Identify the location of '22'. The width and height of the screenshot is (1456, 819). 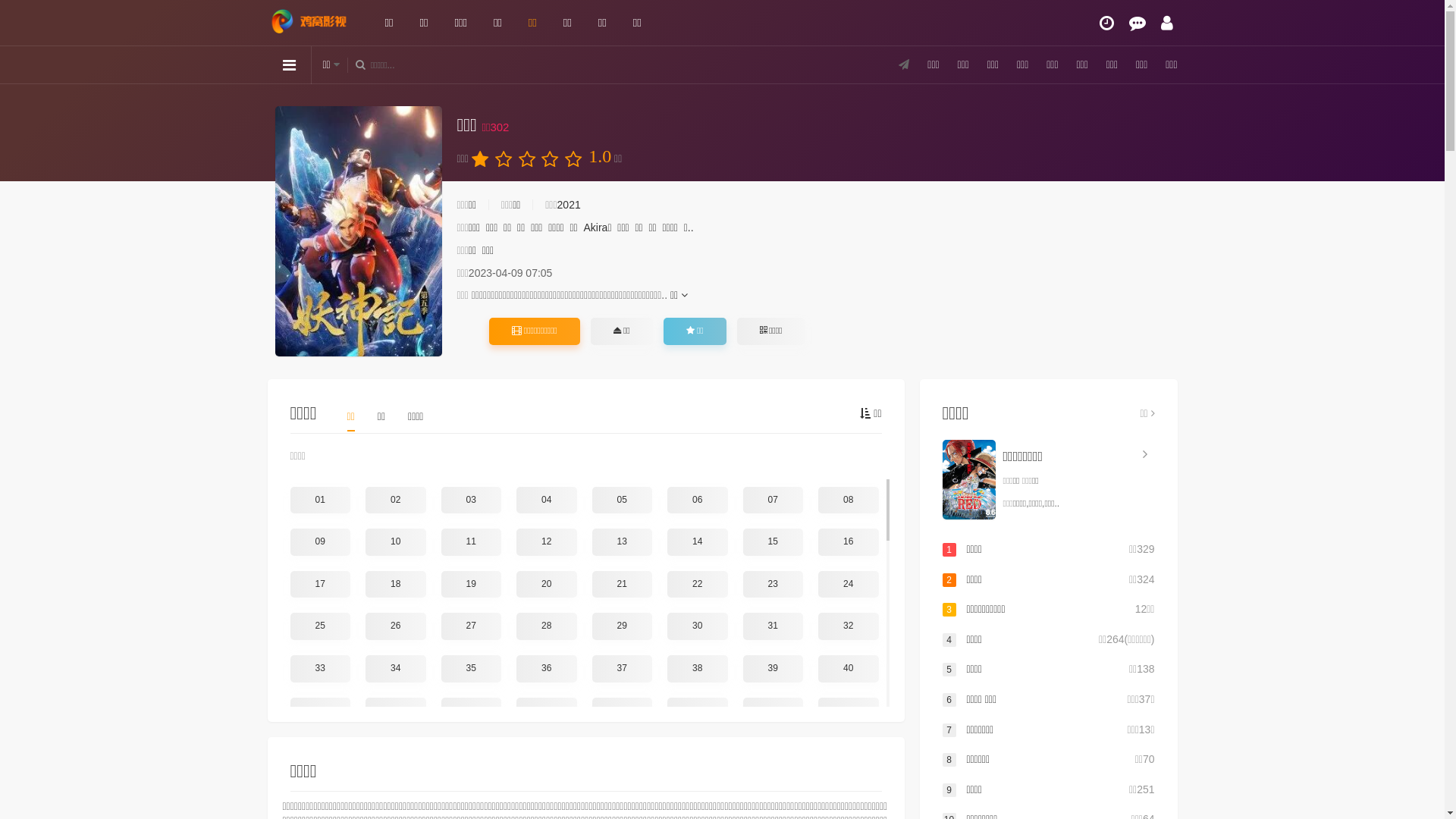
(697, 584).